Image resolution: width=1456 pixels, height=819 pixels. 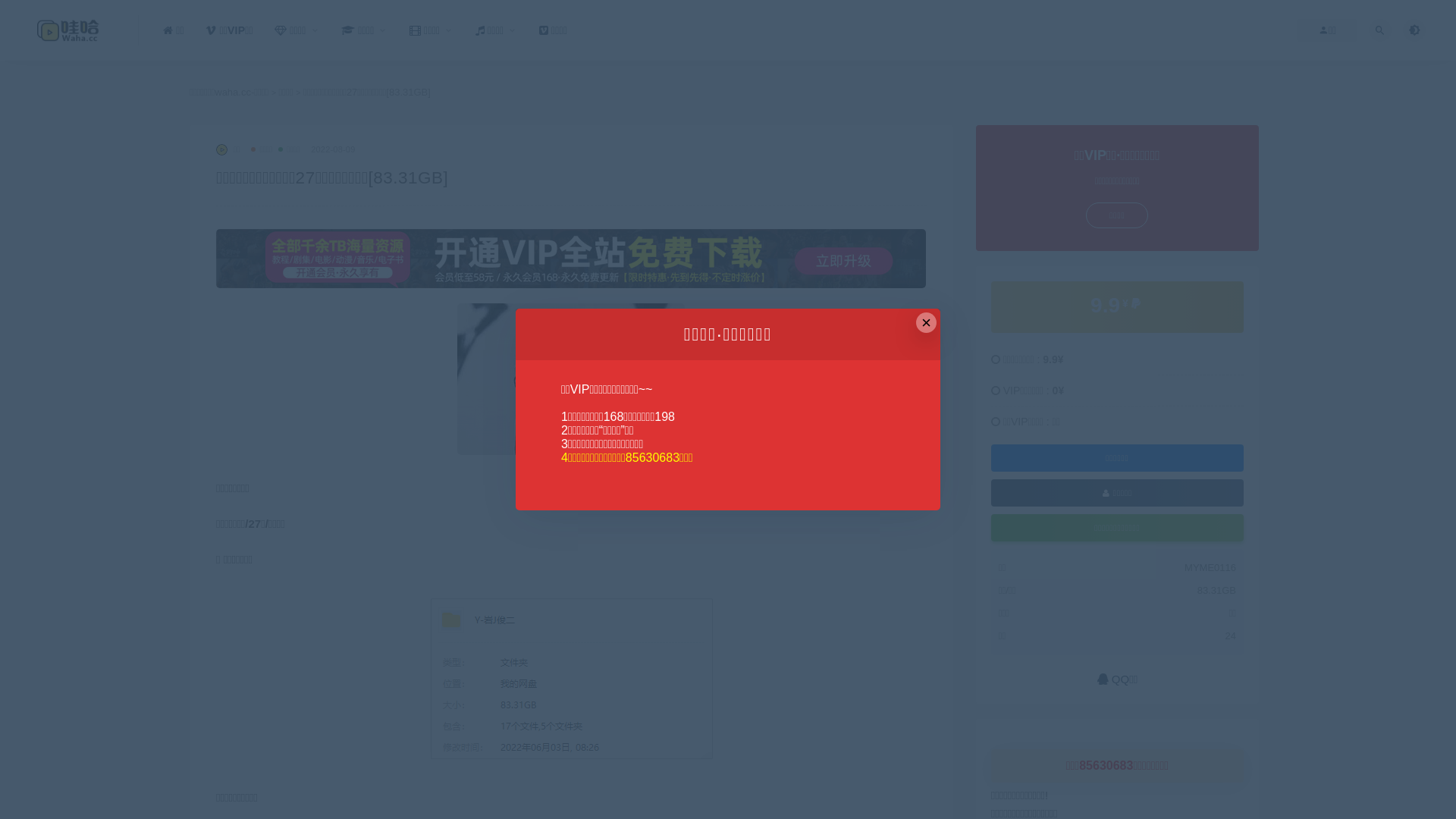 What do you see at coordinates (331, 149) in the screenshot?
I see `'2022-08-09'` at bounding box center [331, 149].